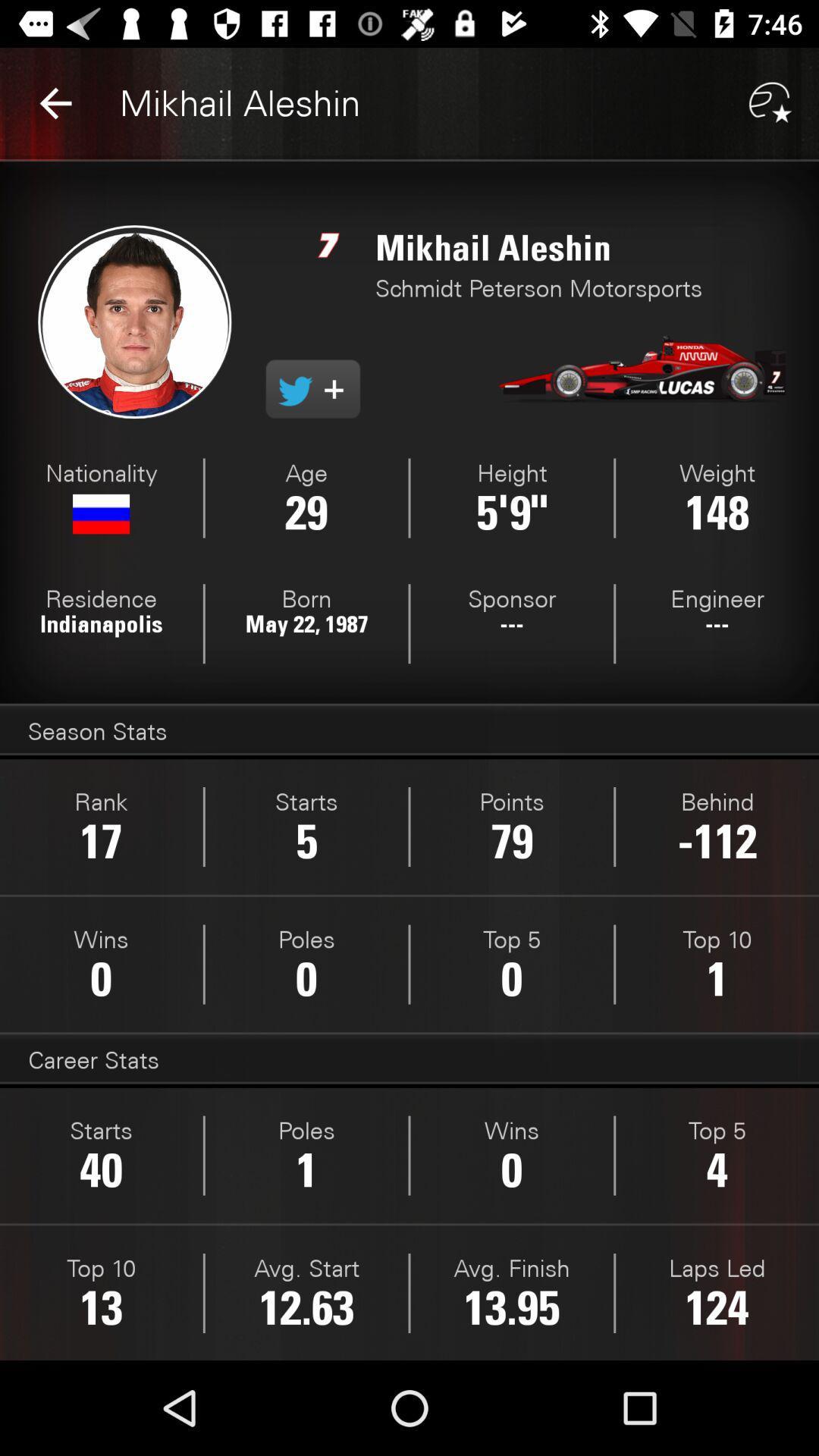  I want to click on the icon to the left of the mikhail aleshin, so click(55, 102).